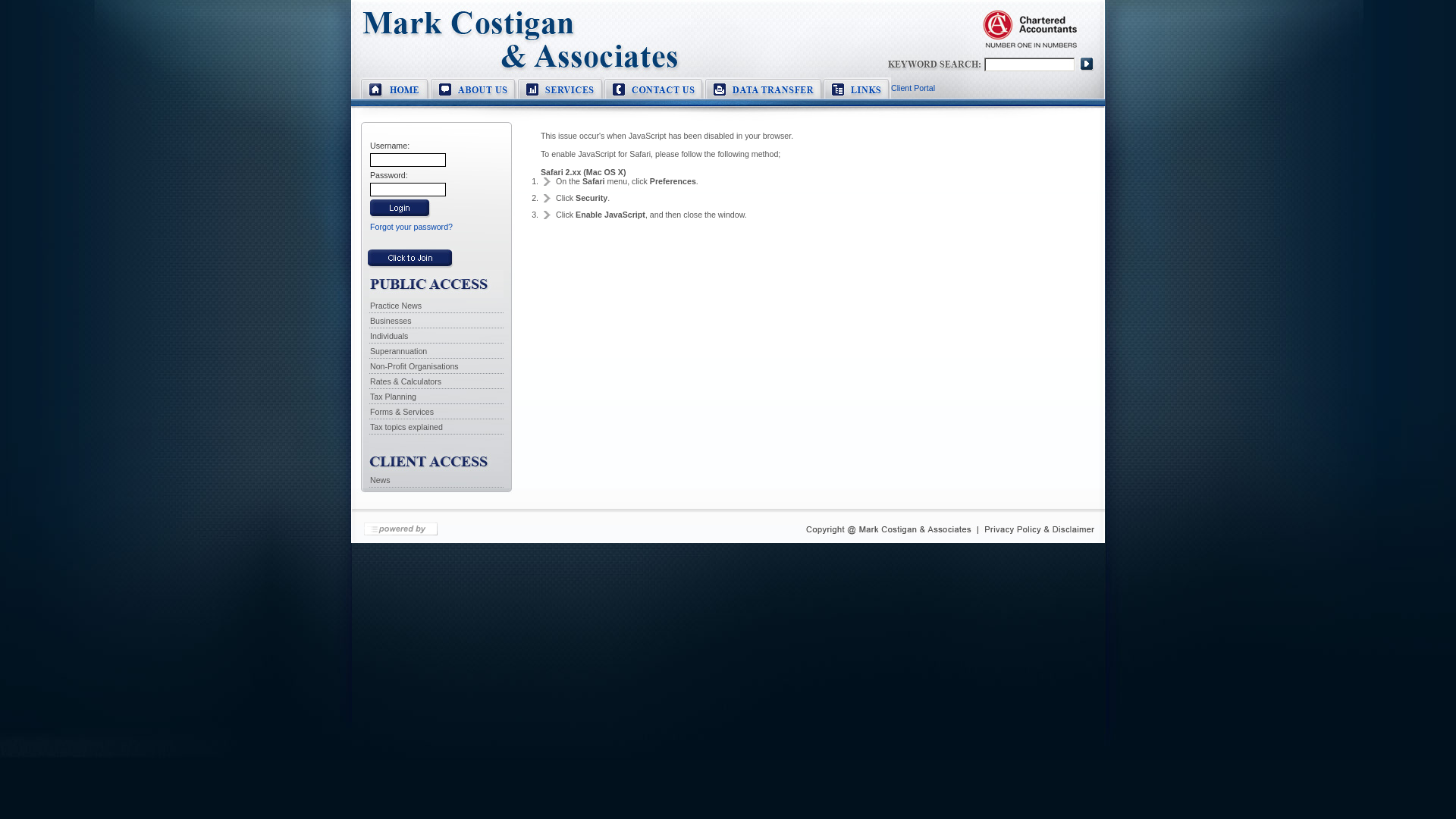 The height and width of the screenshot is (819, 1456). Describe the element at coordinates (912, 87) in the screenshot. I see `'Client Portal'` at that location.